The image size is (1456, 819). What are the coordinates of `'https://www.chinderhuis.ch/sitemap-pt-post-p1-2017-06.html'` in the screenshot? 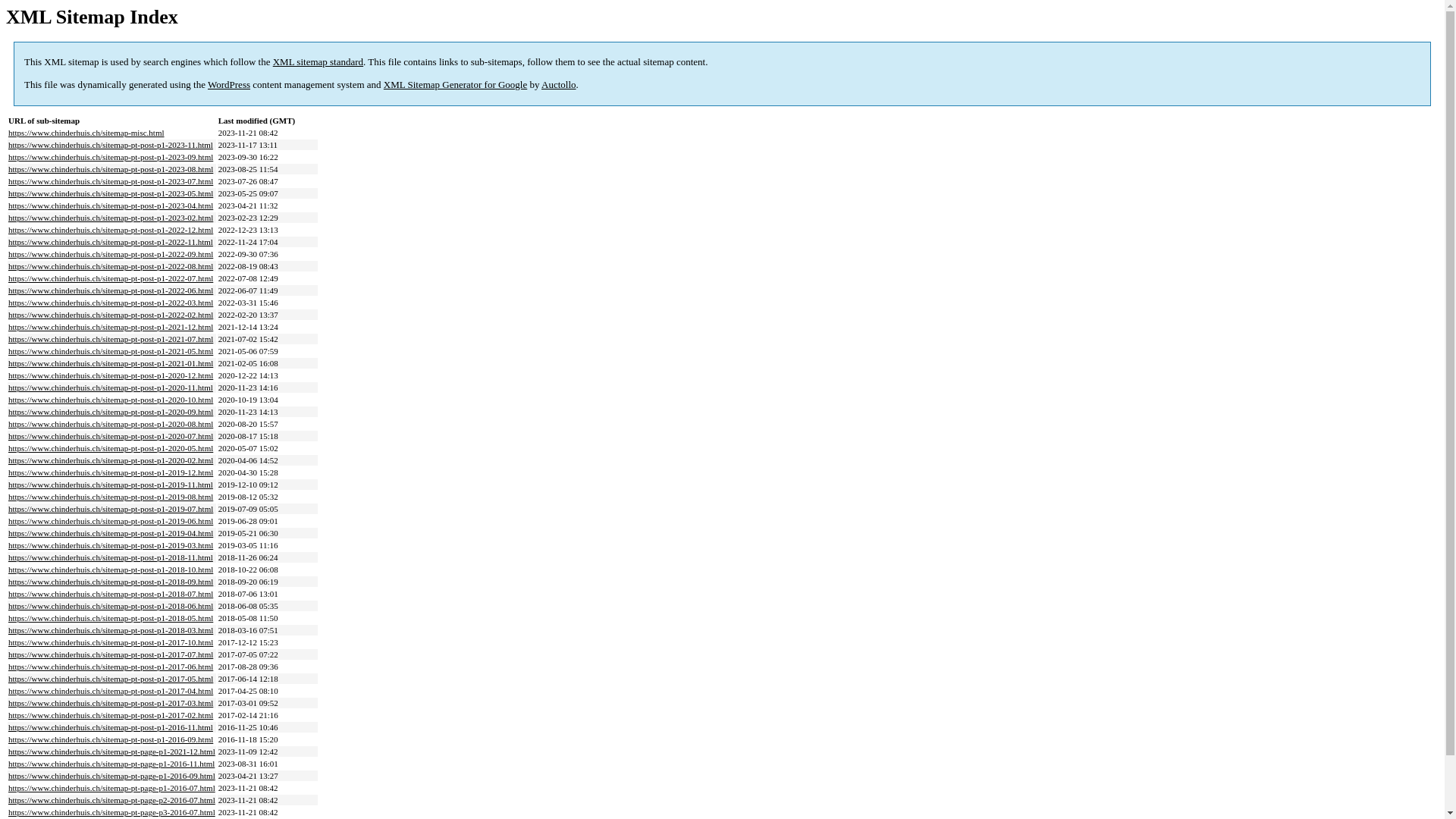 It's located at (109, 666).